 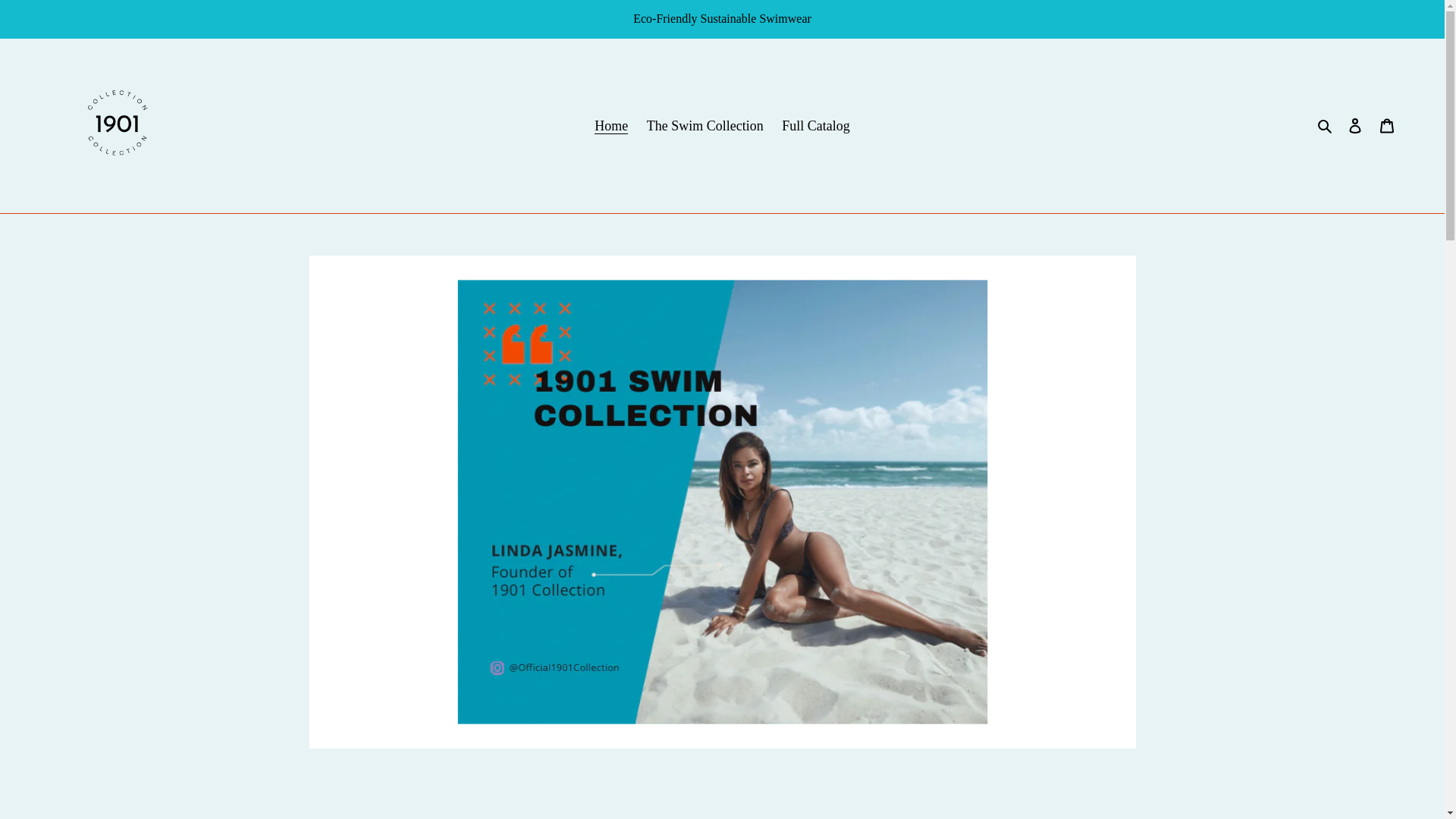 I want to click on 'The Swim Collection', so click(x=639, y=125).